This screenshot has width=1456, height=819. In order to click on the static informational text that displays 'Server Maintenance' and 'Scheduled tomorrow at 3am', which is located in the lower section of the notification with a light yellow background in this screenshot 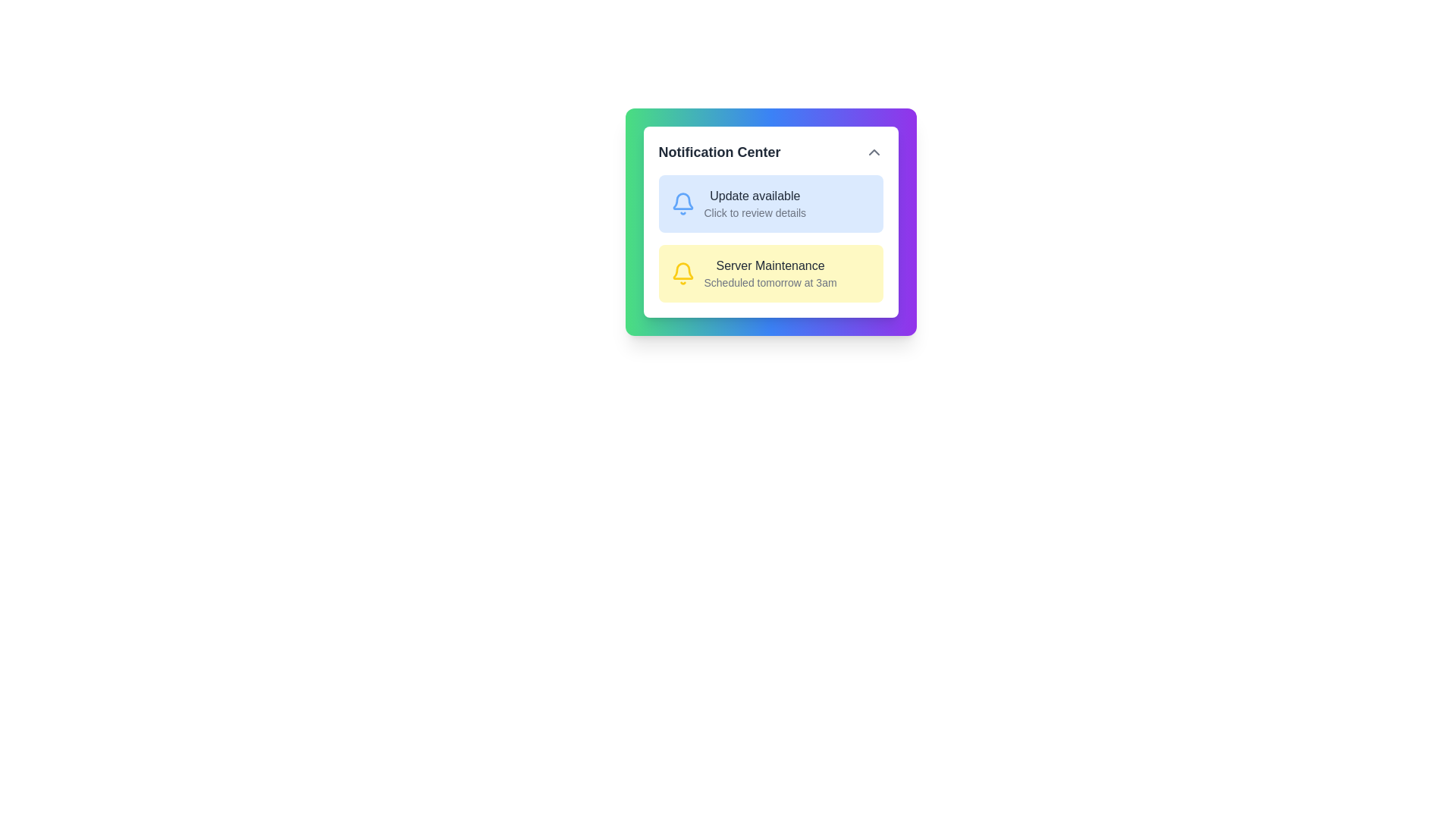, I will do `click(770, 274)`.